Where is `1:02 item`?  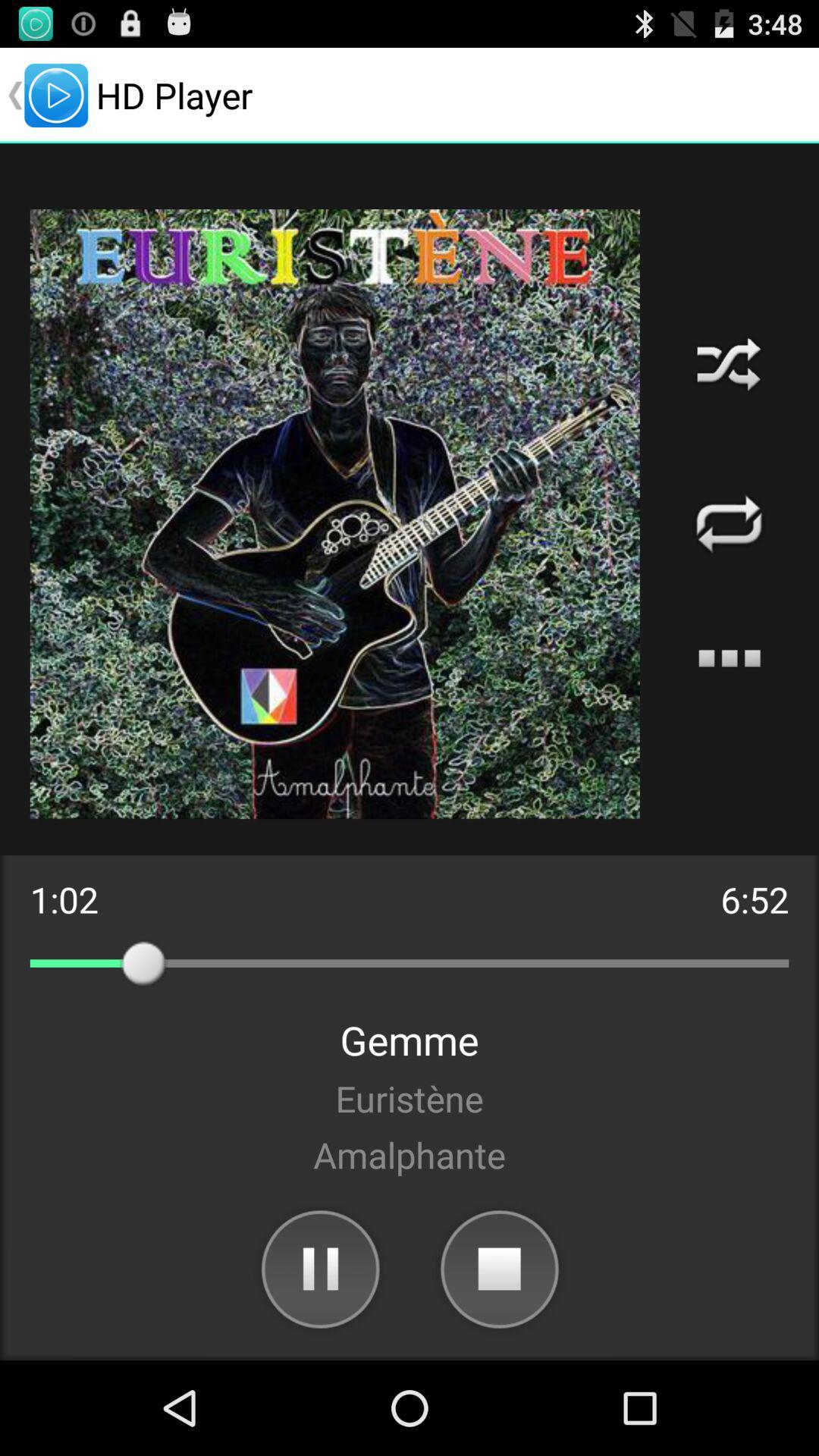 1:02 item is located at coordinates (63, 899).